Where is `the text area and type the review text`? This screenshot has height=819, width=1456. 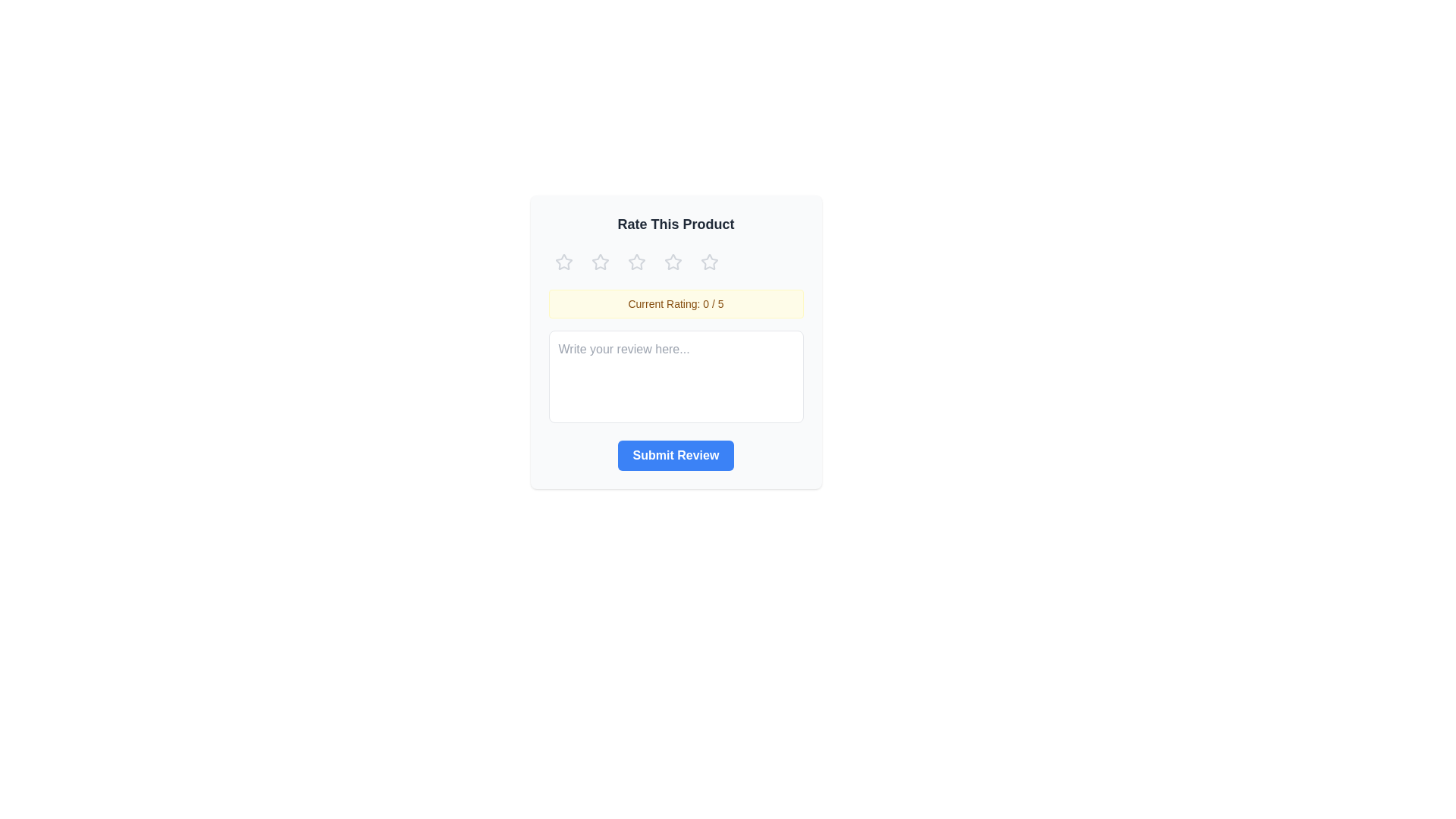 the text area and type the review text is located at coordinates (675, 376).